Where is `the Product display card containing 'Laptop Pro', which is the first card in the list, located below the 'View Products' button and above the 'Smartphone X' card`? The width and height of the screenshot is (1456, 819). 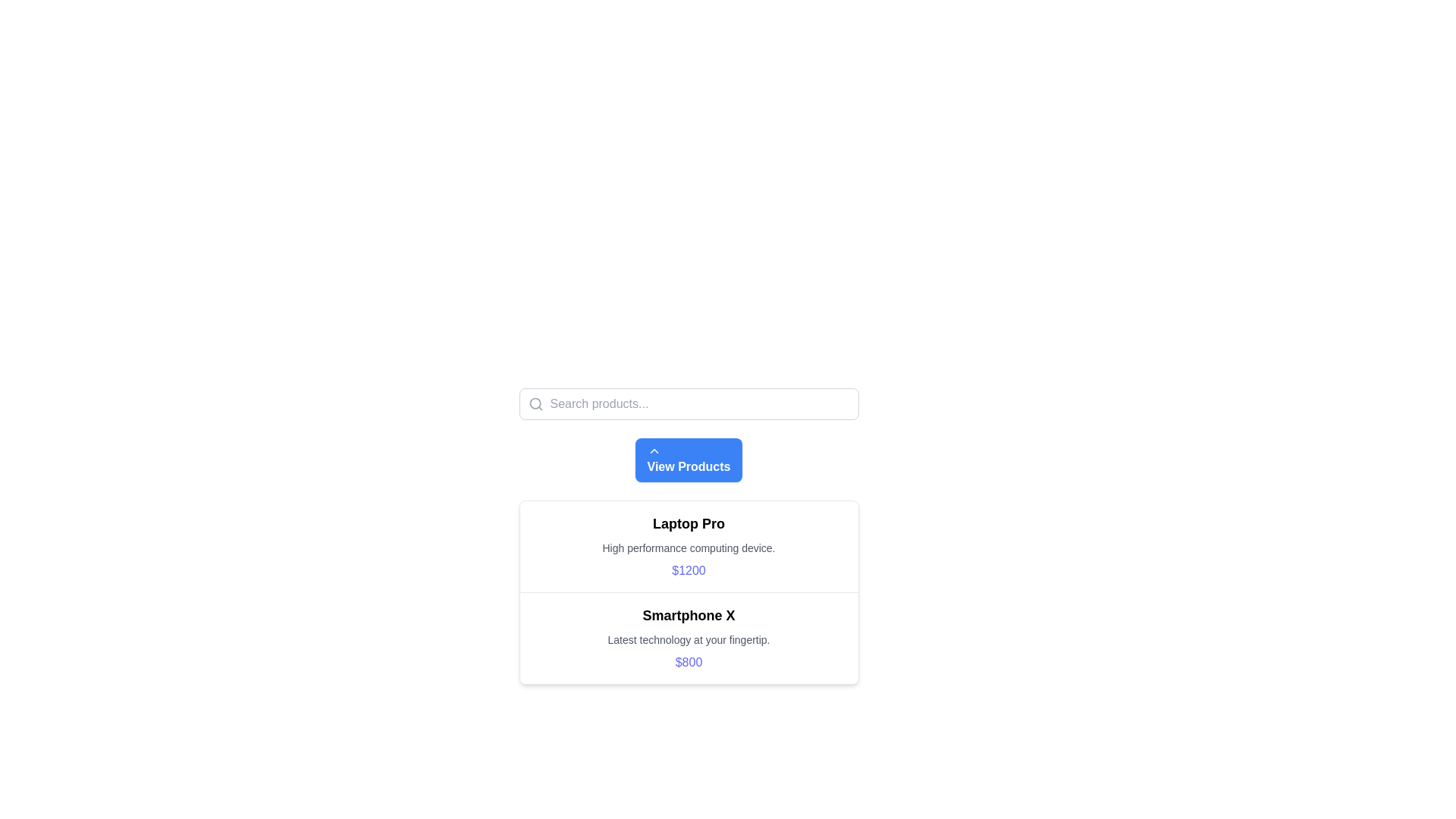 the Product display card containing 'Laptop Pro', which is the first card in the list, located below the 'View Products' button and above the 'Smartphone X' card is located at coordinates (688, 535).